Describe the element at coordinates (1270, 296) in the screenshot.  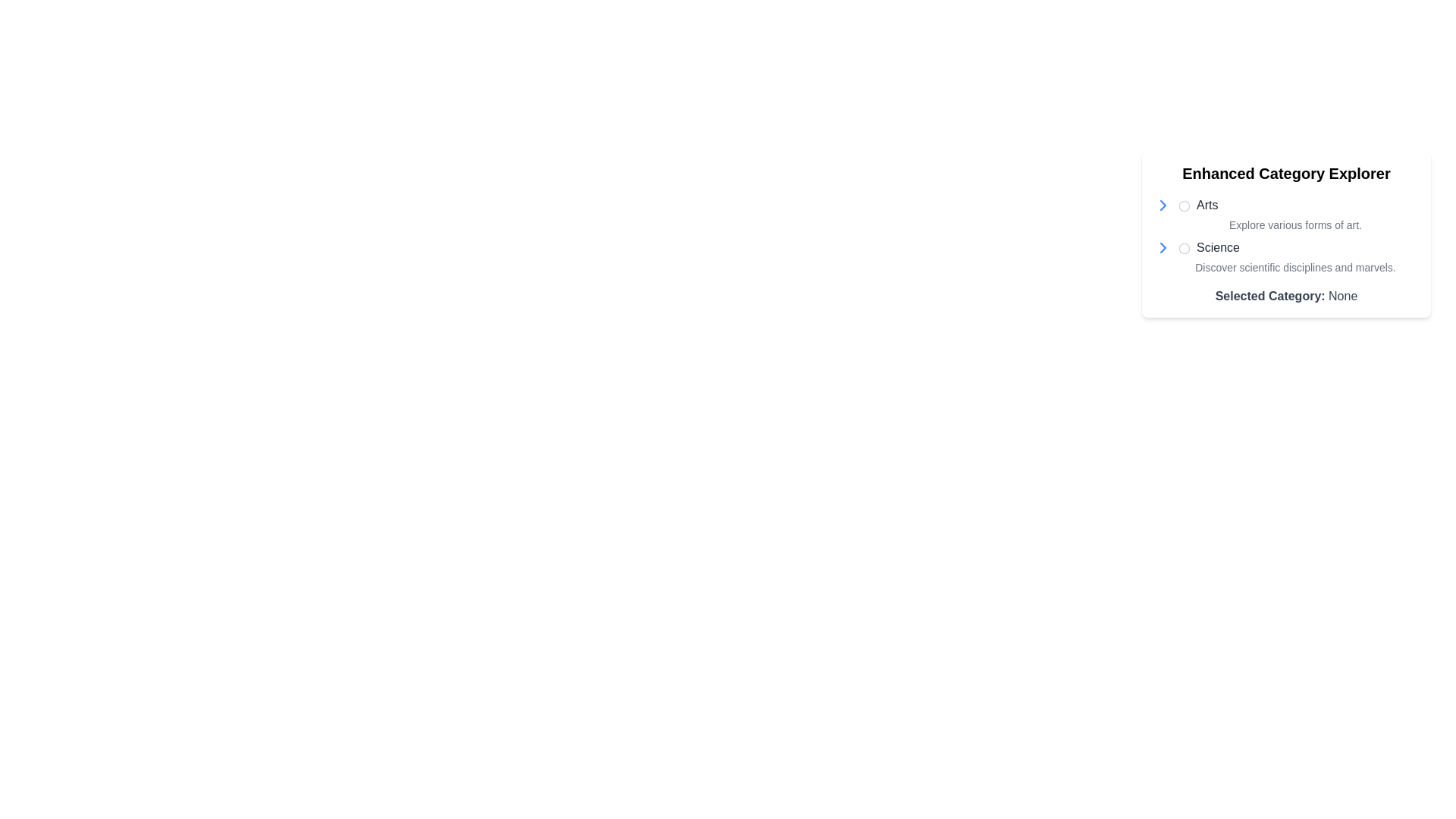
I see `the text label displaying 'Selected Category:' to check for any tooltip that may appear` at that location.